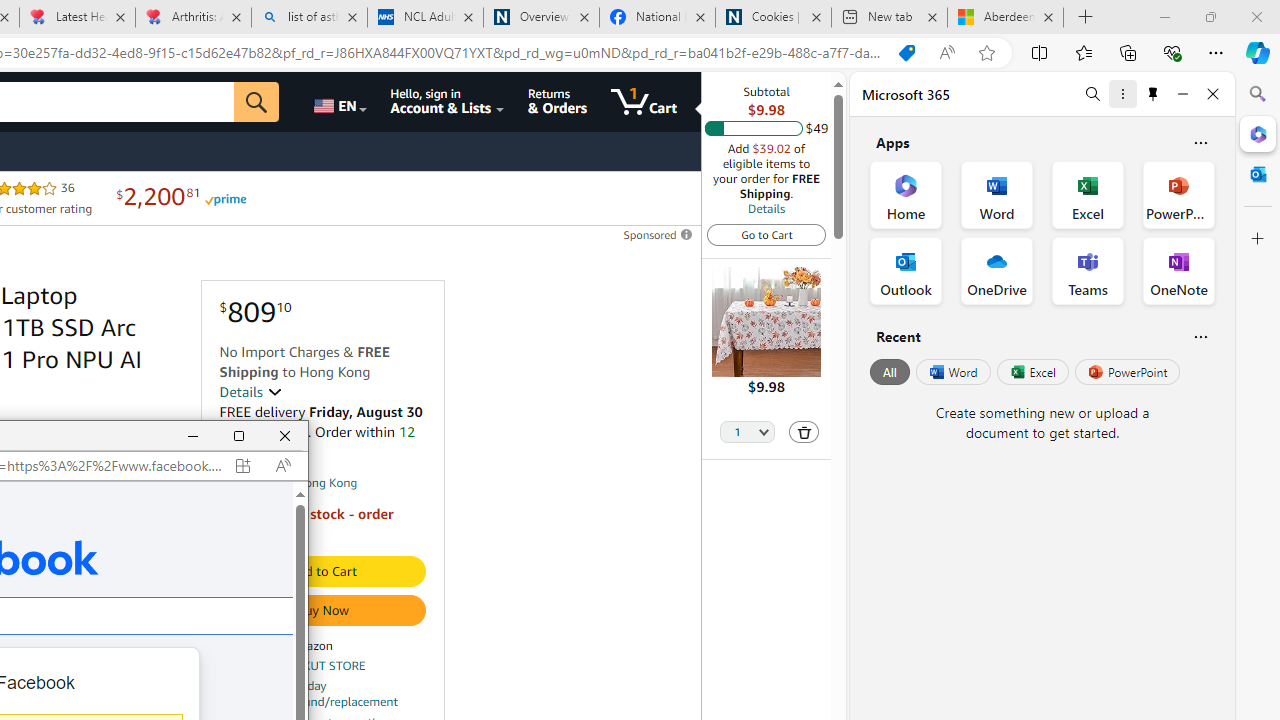 This screenshot has height=720, width=1280. What do you see at coordinates (765, 208) in the screenshot?
I see `'Details'` at bounding box center [765, 208].